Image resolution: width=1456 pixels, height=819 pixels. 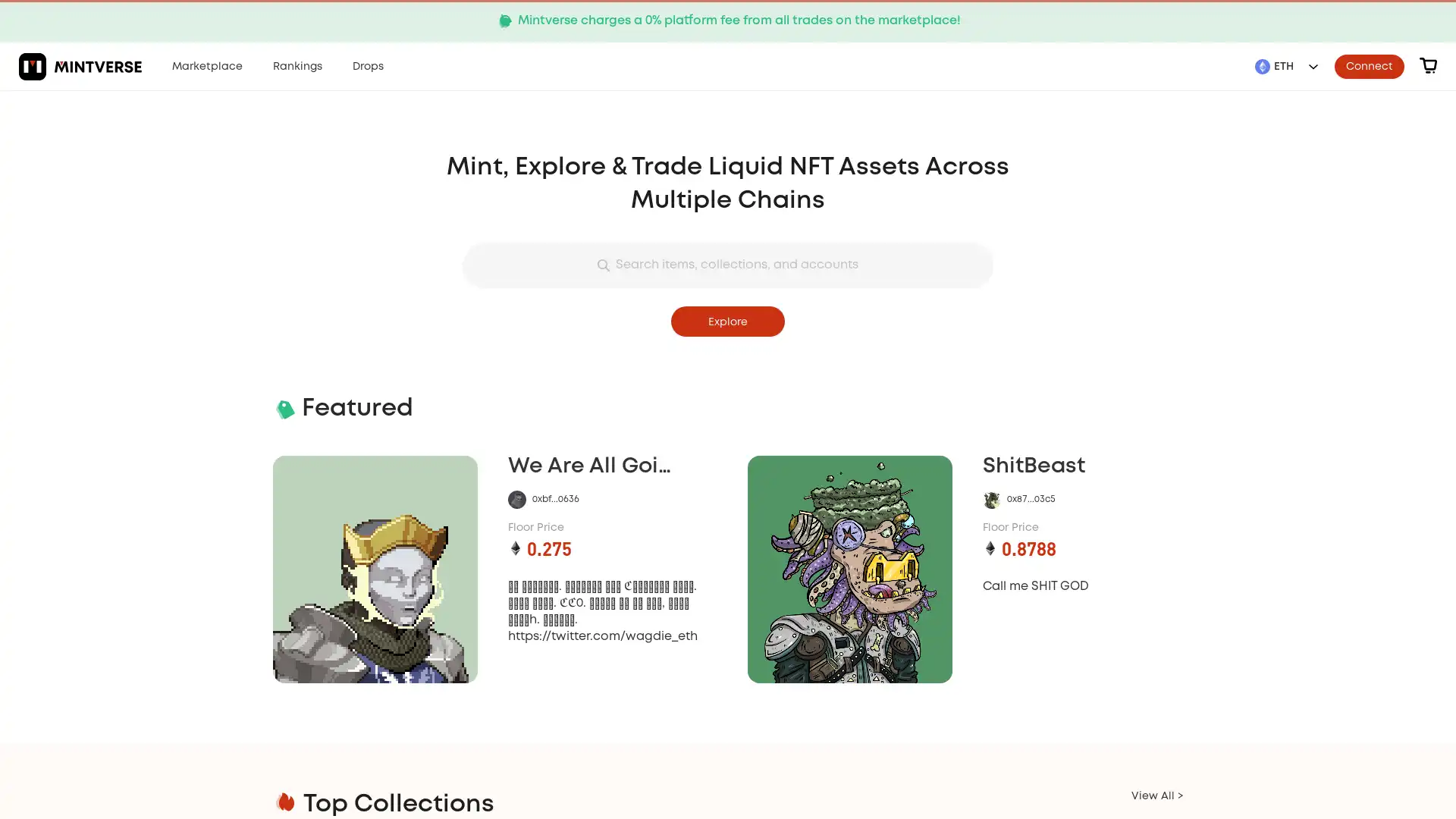 What do you see at coordinates (1369, 65) in the screenshot?
I see `Connect` at bounding box center [1369, 65].